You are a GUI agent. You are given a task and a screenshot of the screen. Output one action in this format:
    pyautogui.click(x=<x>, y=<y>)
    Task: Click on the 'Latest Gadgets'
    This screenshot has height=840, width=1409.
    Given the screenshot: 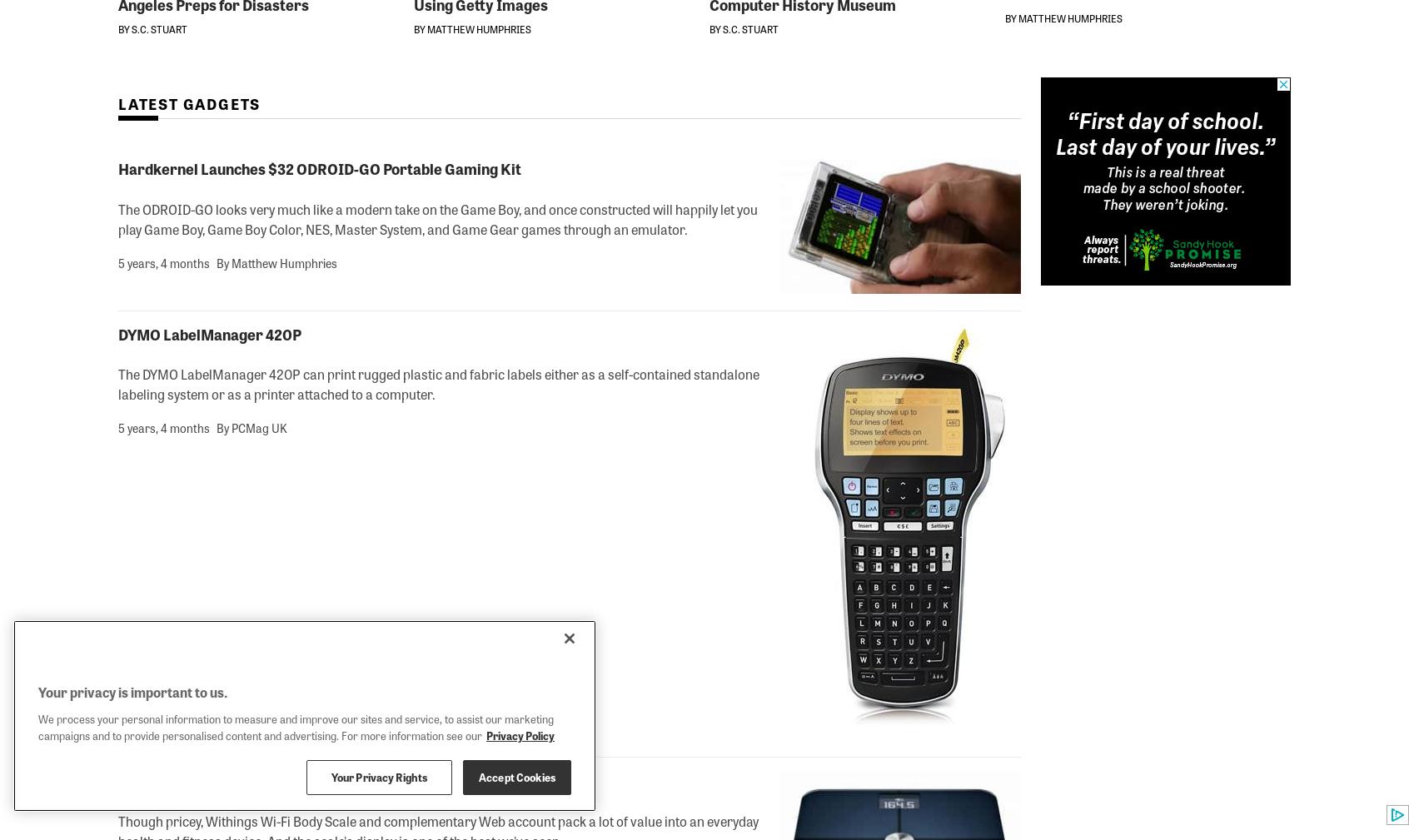 What is the action you would take?
    pyautogui.click(x=117, y=102)
    